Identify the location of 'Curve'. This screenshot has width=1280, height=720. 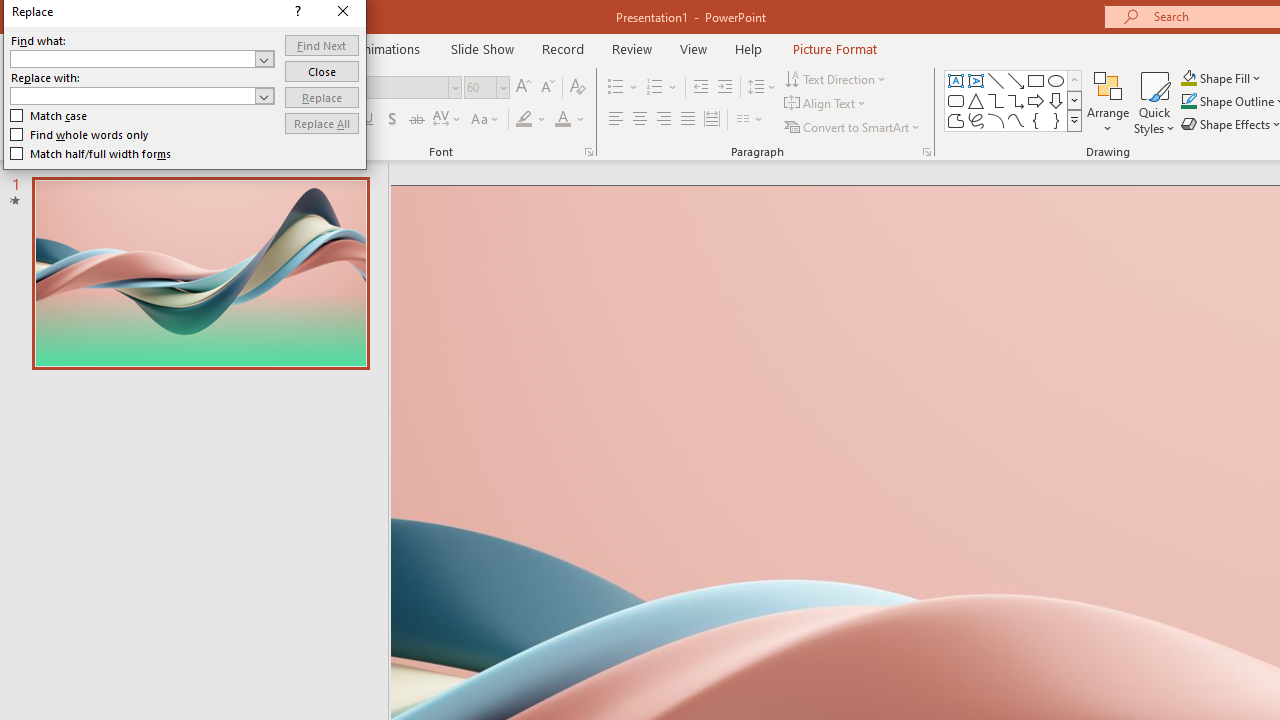
(1016, 120).